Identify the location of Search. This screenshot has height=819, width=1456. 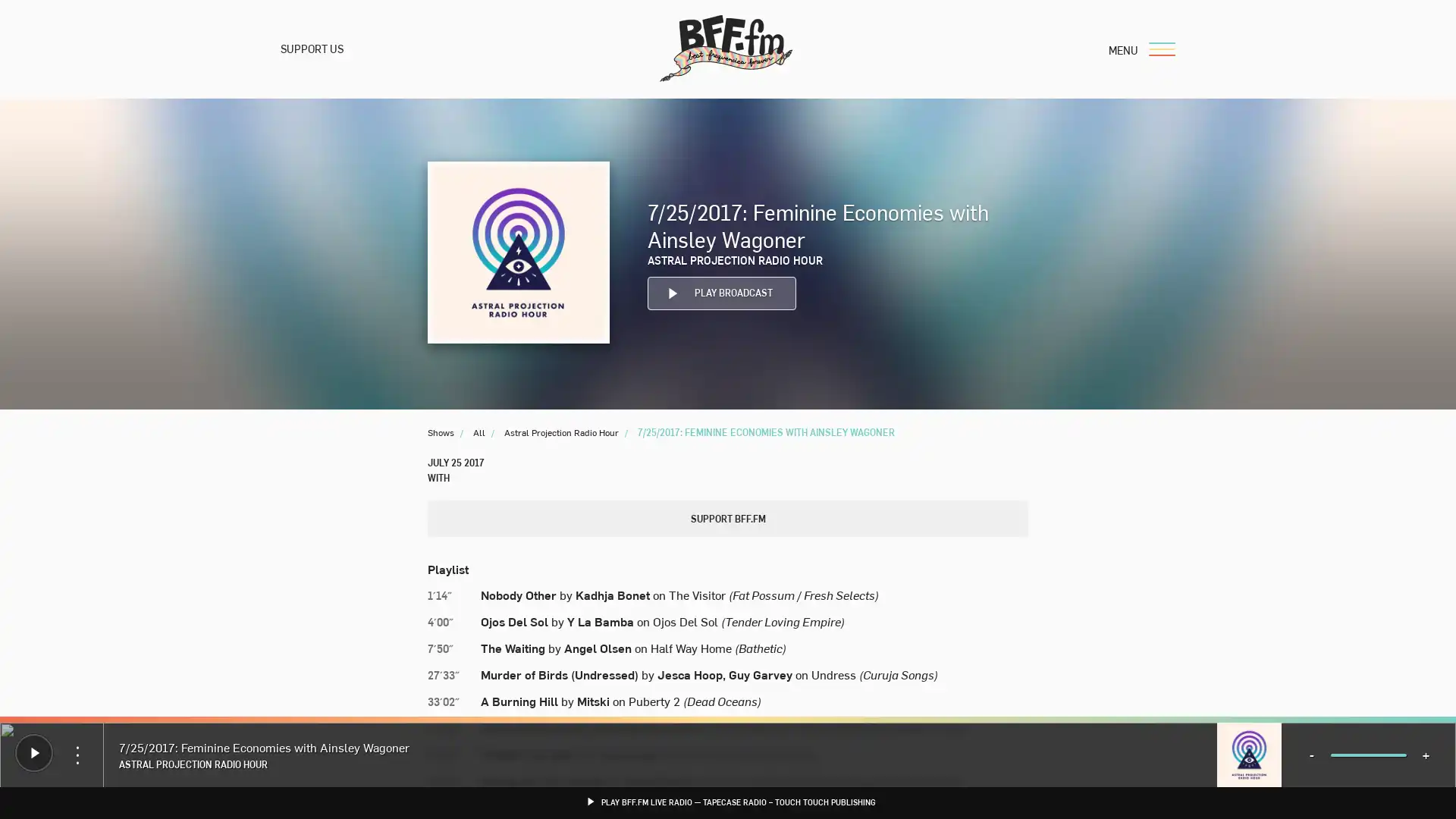
(878, 531).